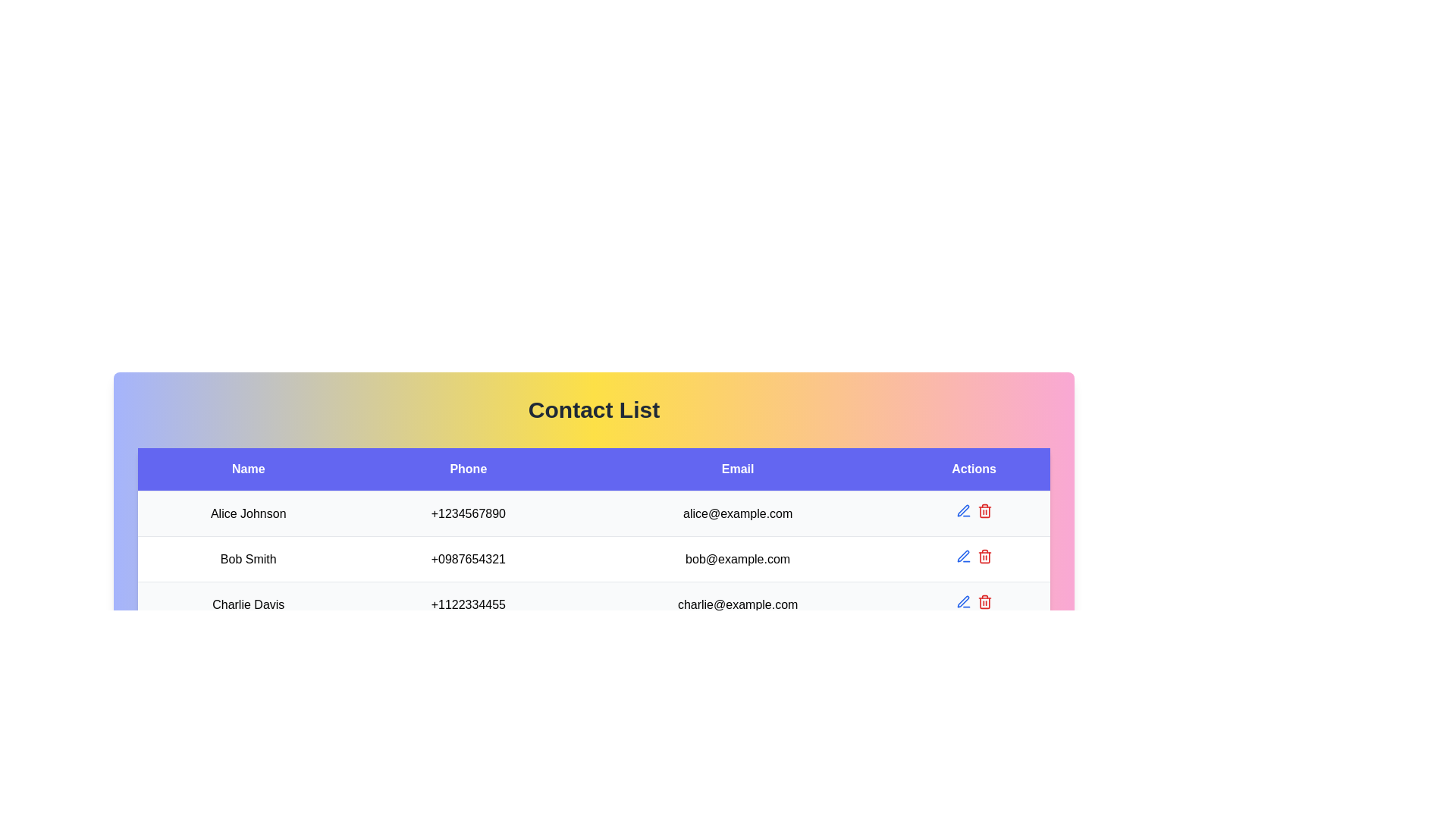 Image resolution: width=1456 pixels, height=819 pixels. Describe the element at coordinates (962, 510) in the screenshot. I see `the pen tip icon button in the 'Actions' column of the second row` at that location.